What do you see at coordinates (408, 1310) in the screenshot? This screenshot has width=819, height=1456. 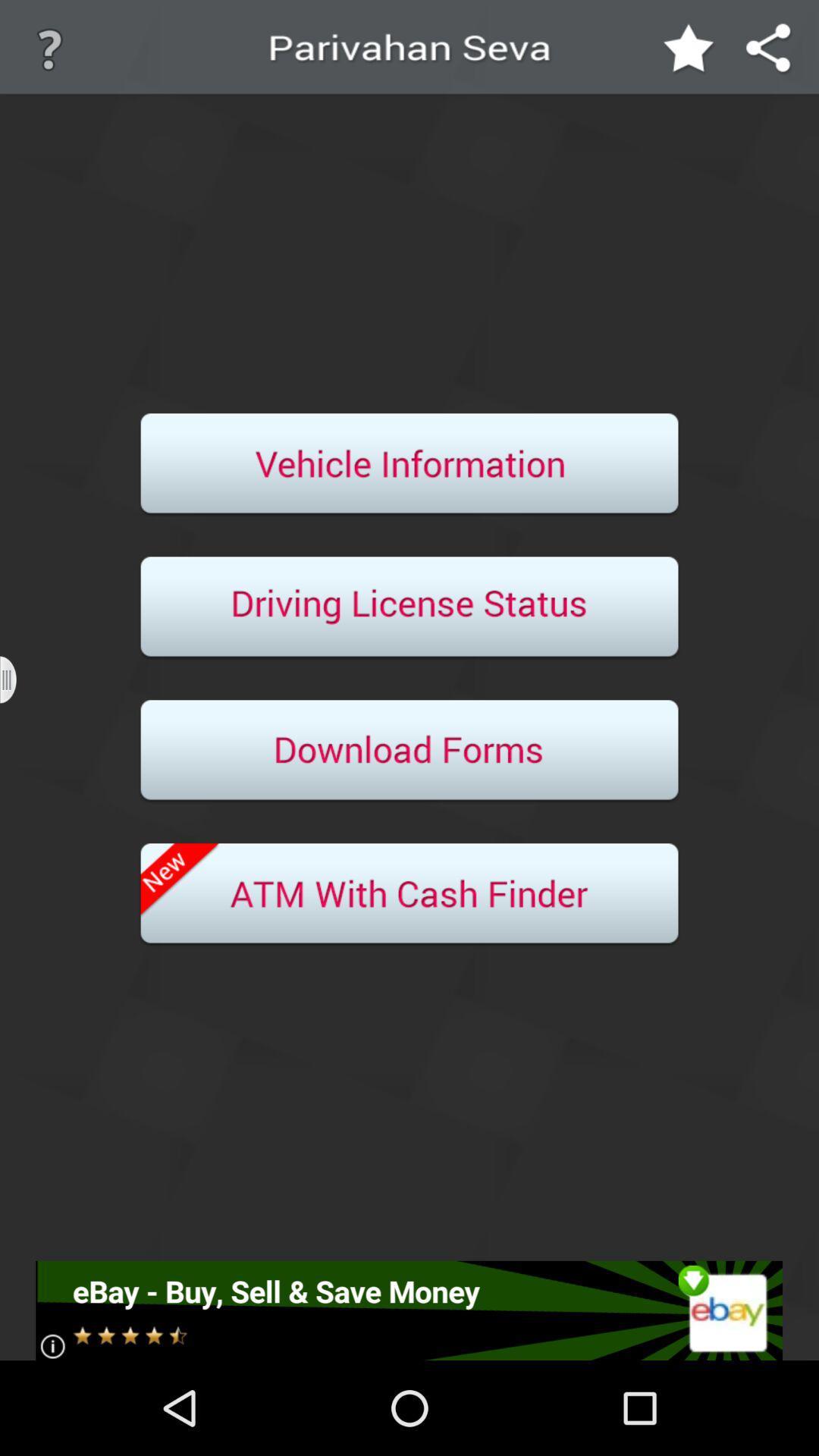 I see `to connect to ebay` at bounding box center [408, 1310].